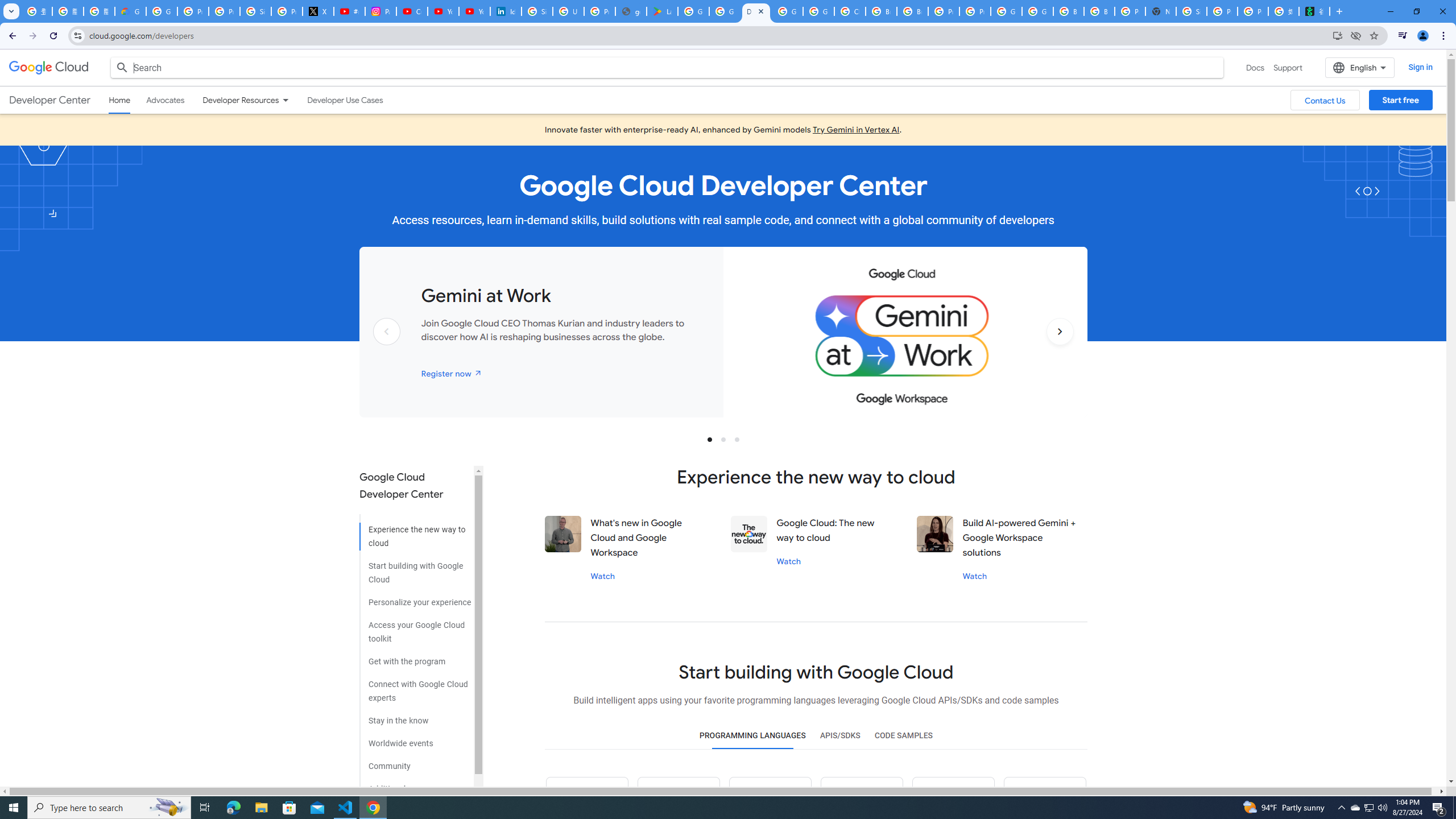  Describe the element at coordinates (415, 657) in the screenshot. I see `'Get with the program'` at that location.